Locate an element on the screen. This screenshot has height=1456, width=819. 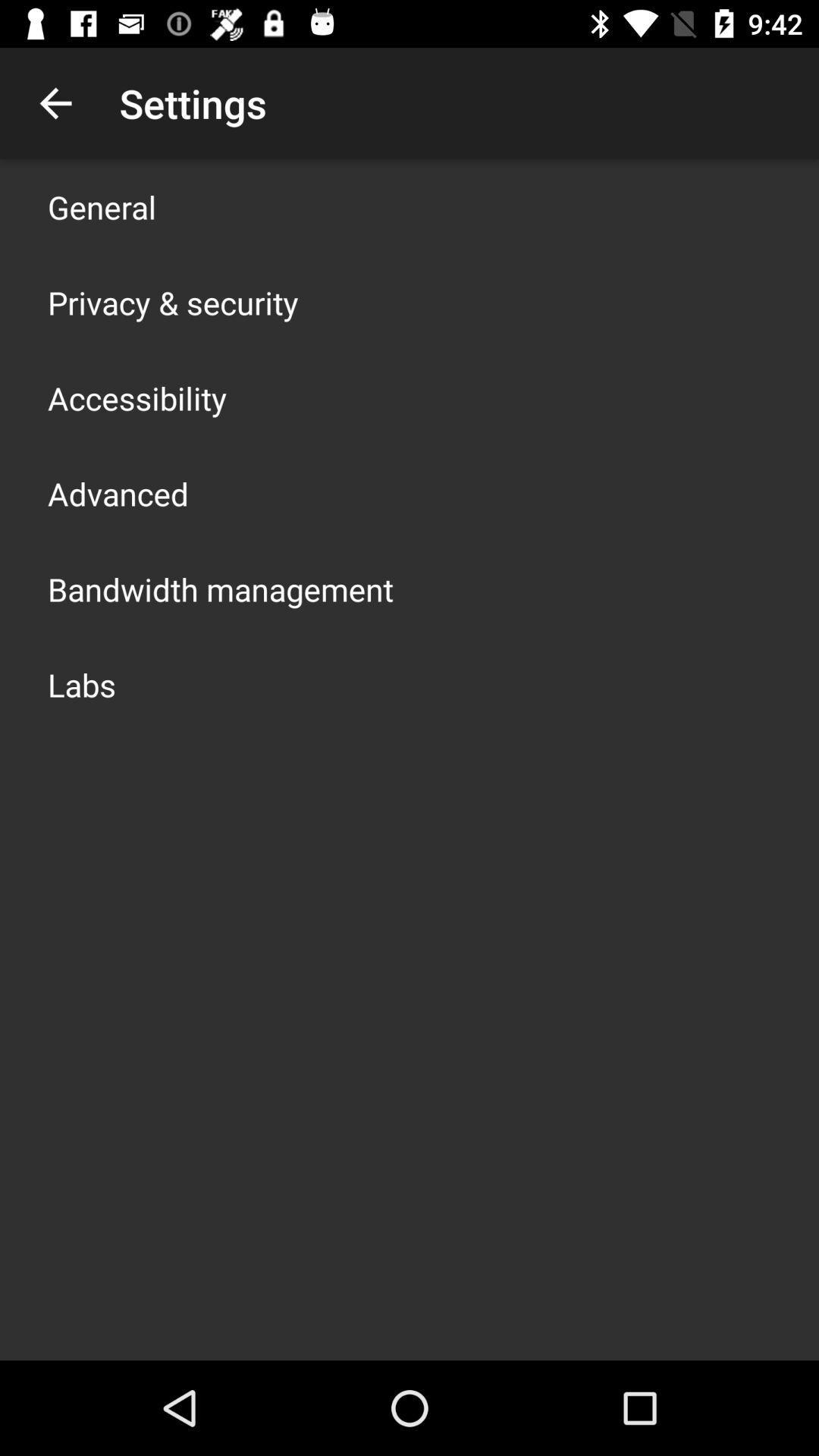
the labs item is located at coordinates (82, 683).